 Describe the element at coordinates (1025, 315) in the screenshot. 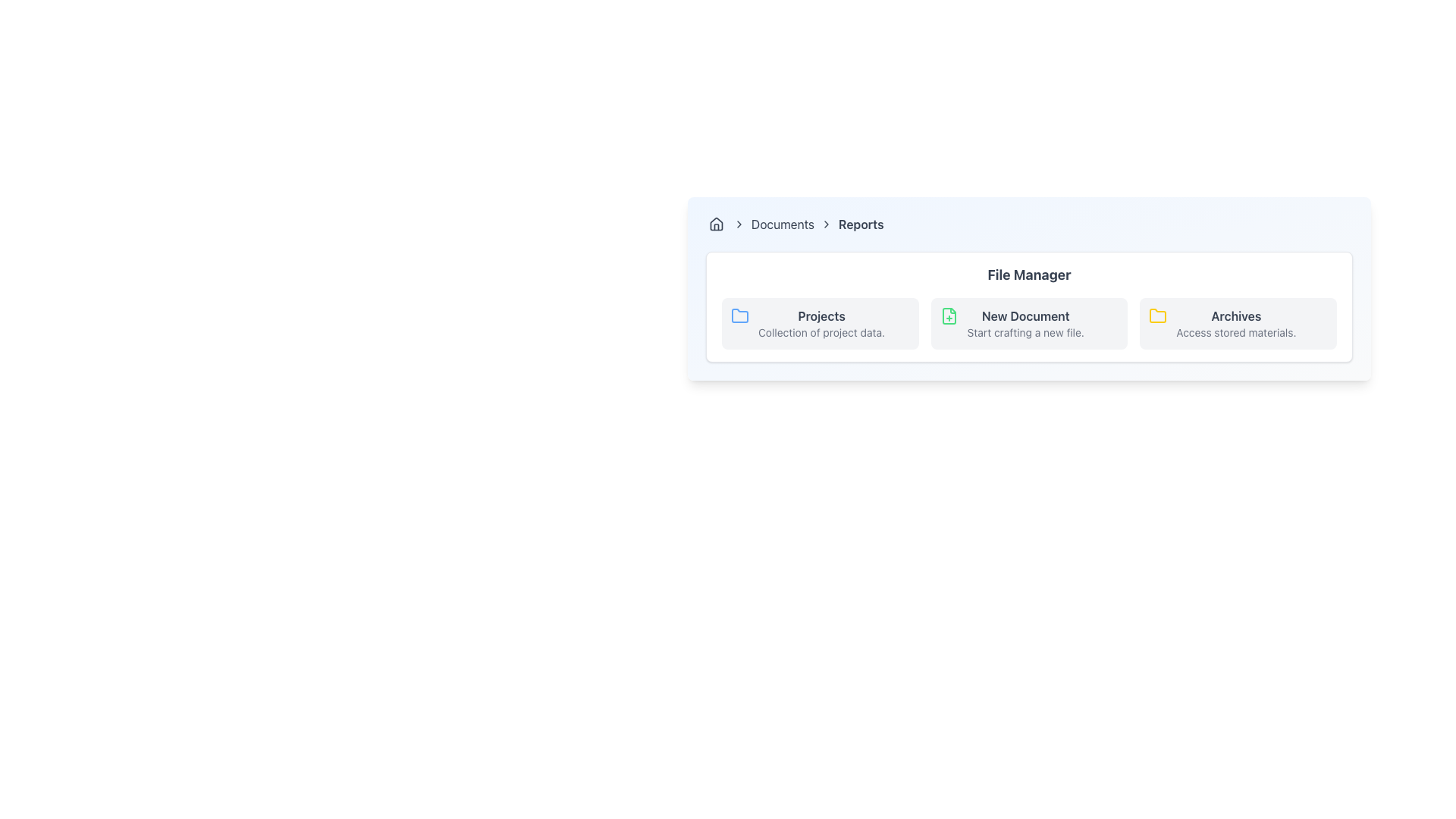

I see `the bold text label 'New Document' which is dark gray in color, located centrally in the 'File Manager' section, positioned between 'Projects' and 'Archives'` at that location.